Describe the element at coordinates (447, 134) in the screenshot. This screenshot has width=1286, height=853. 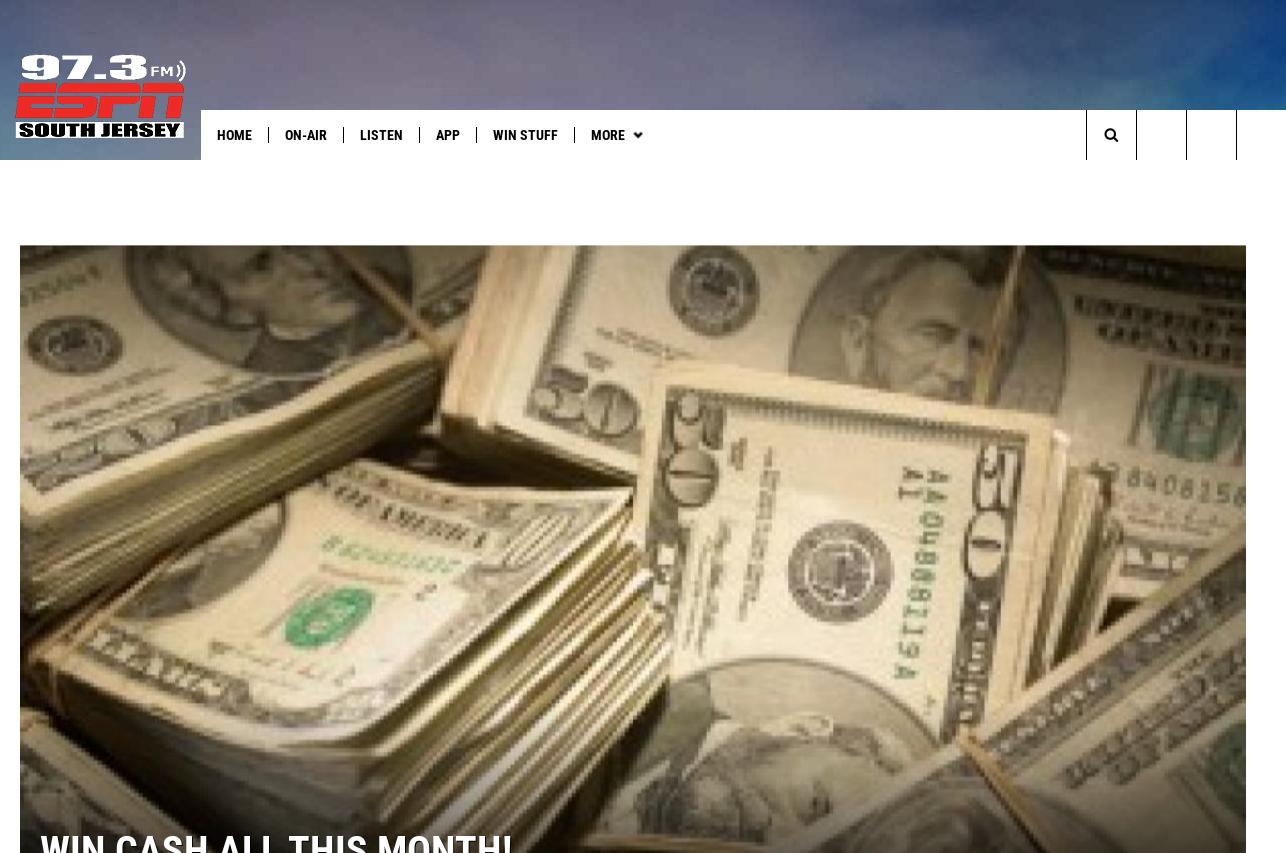
I see `'App'` at that location.